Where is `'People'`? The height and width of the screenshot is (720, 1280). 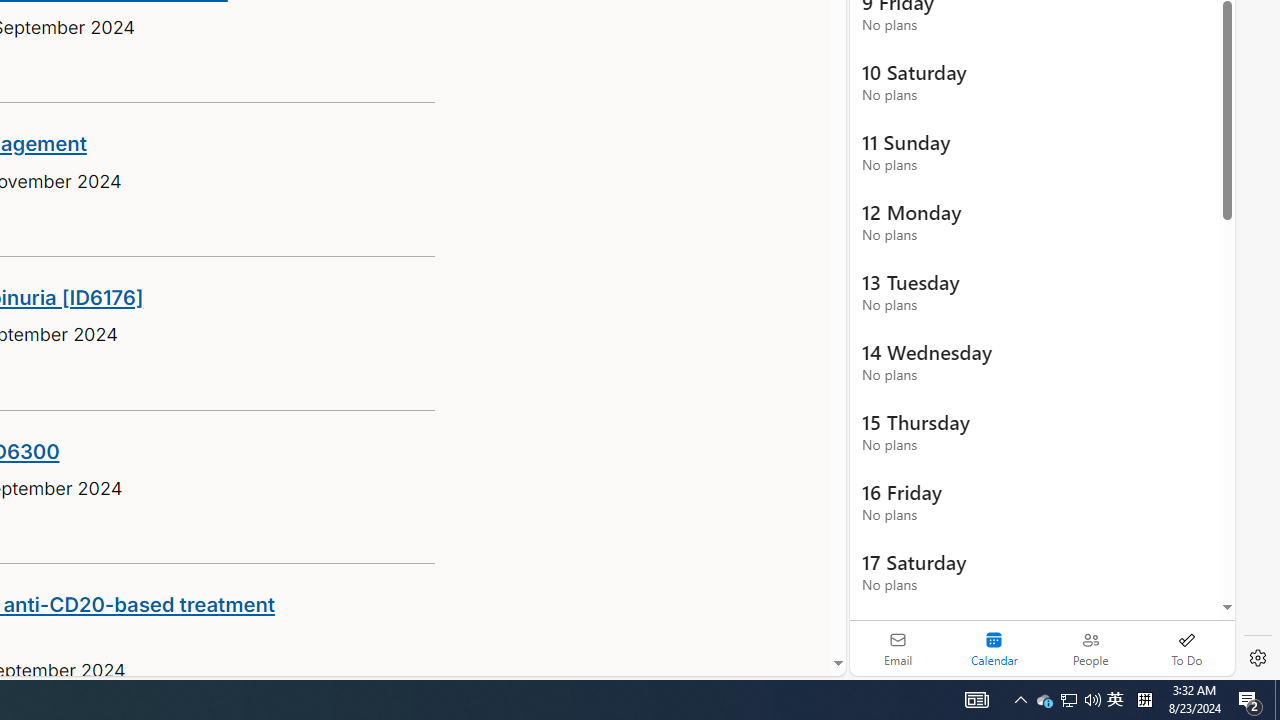
'People' is located at coordinates (1089, 648).